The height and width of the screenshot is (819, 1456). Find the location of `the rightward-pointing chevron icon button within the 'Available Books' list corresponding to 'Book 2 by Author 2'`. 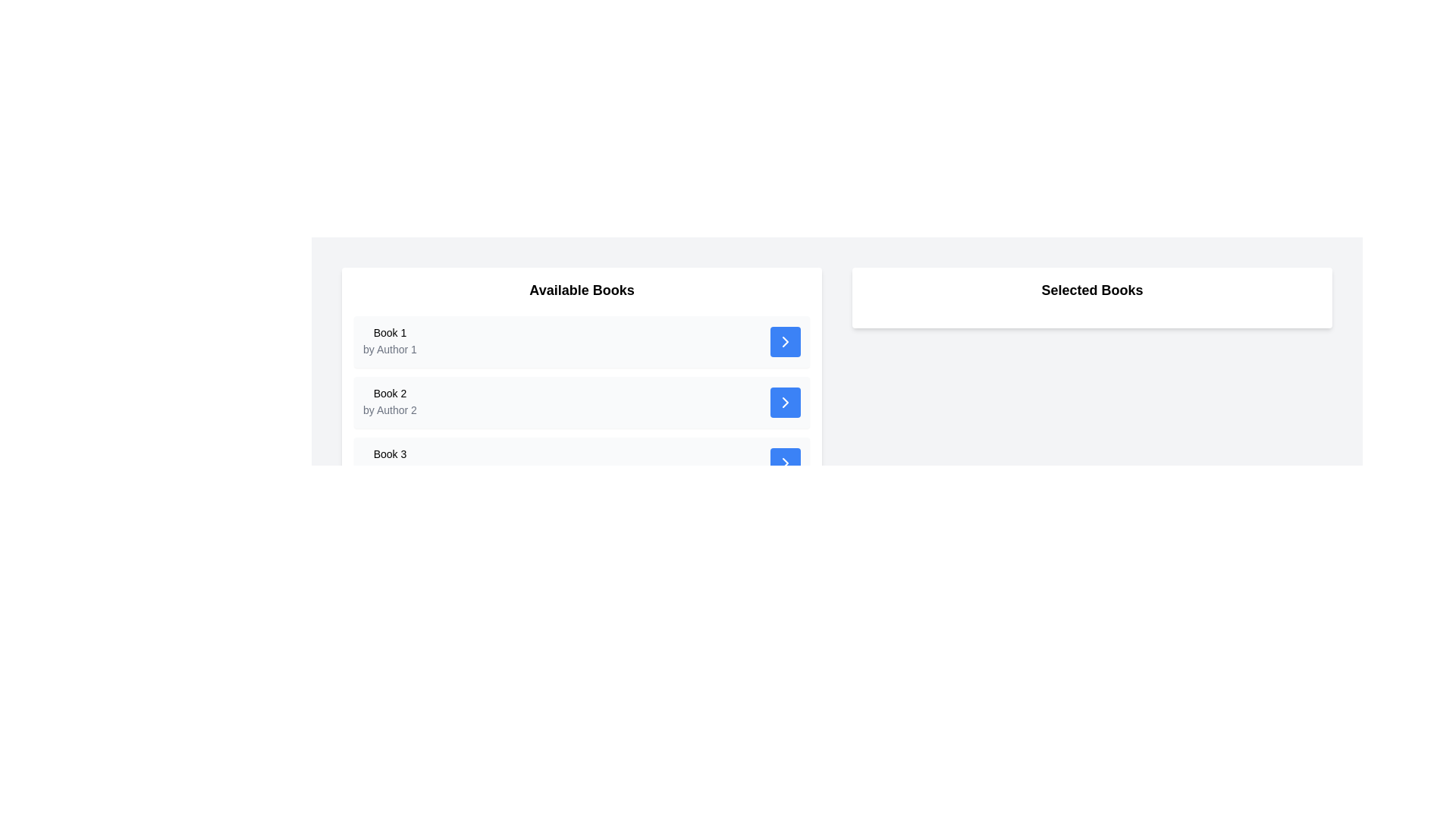

the rightward-pointing chevron icon button within the 'Available Books' list corresponding to 'Book 2 by Author 2' is located at coordinates (786, 402).